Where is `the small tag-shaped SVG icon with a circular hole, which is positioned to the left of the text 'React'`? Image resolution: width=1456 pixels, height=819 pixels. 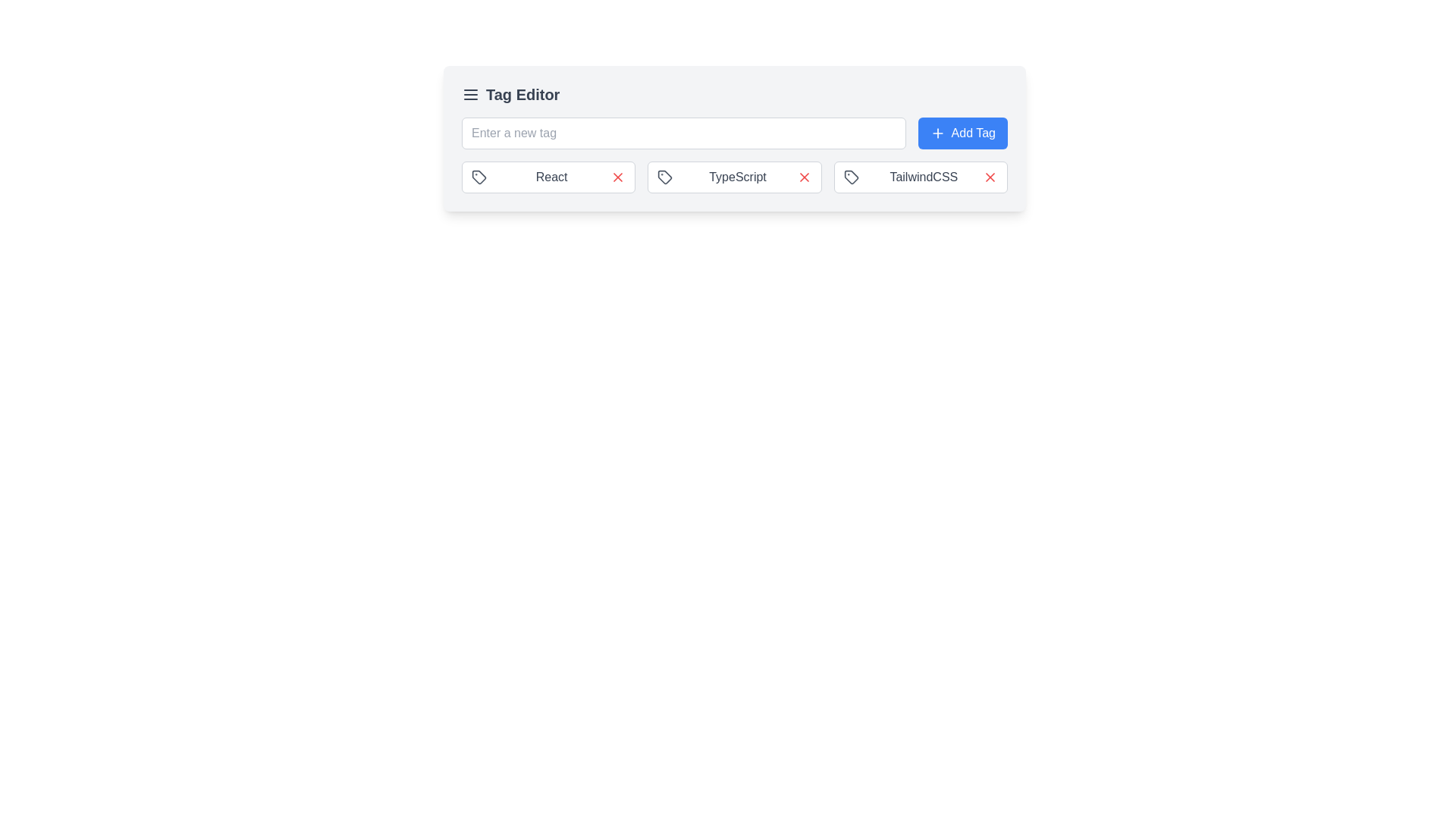 the small tag-shaped SVG icon with a circular hole, which is positioned to the left of the text 'React' is located at coordinates (479, 177).